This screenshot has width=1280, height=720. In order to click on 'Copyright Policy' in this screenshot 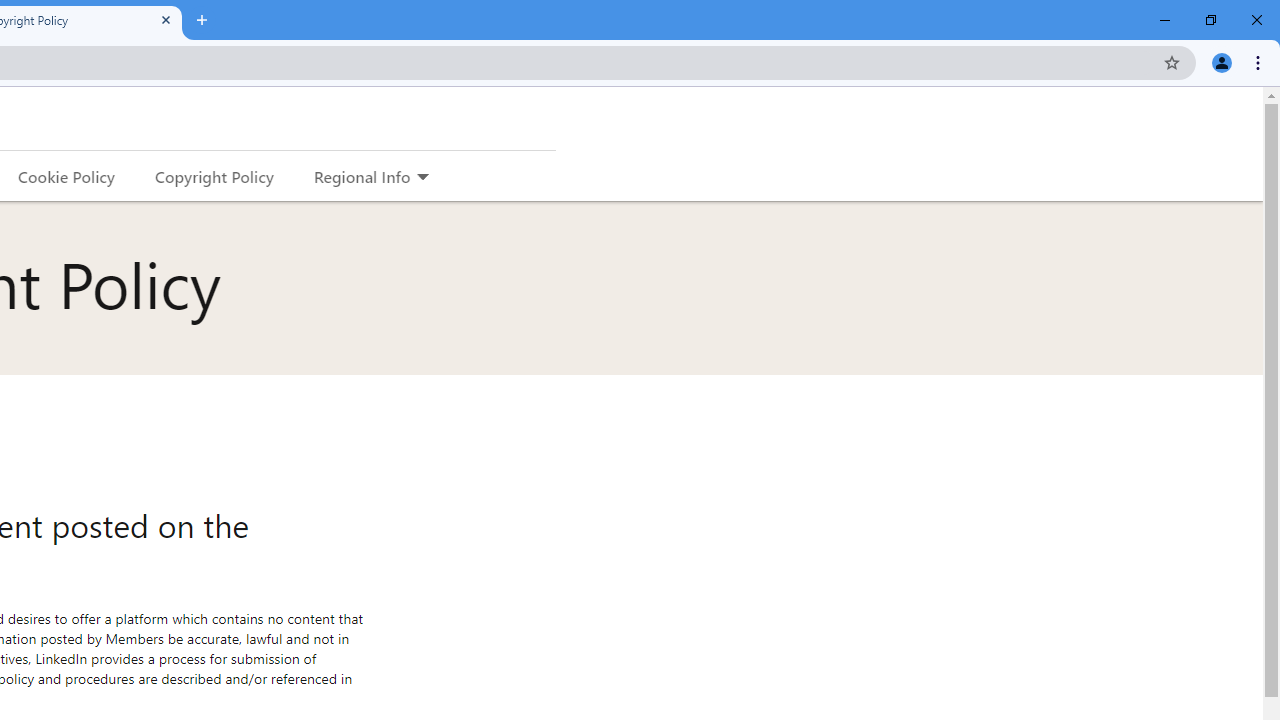, I will do `click(213, 175)`.